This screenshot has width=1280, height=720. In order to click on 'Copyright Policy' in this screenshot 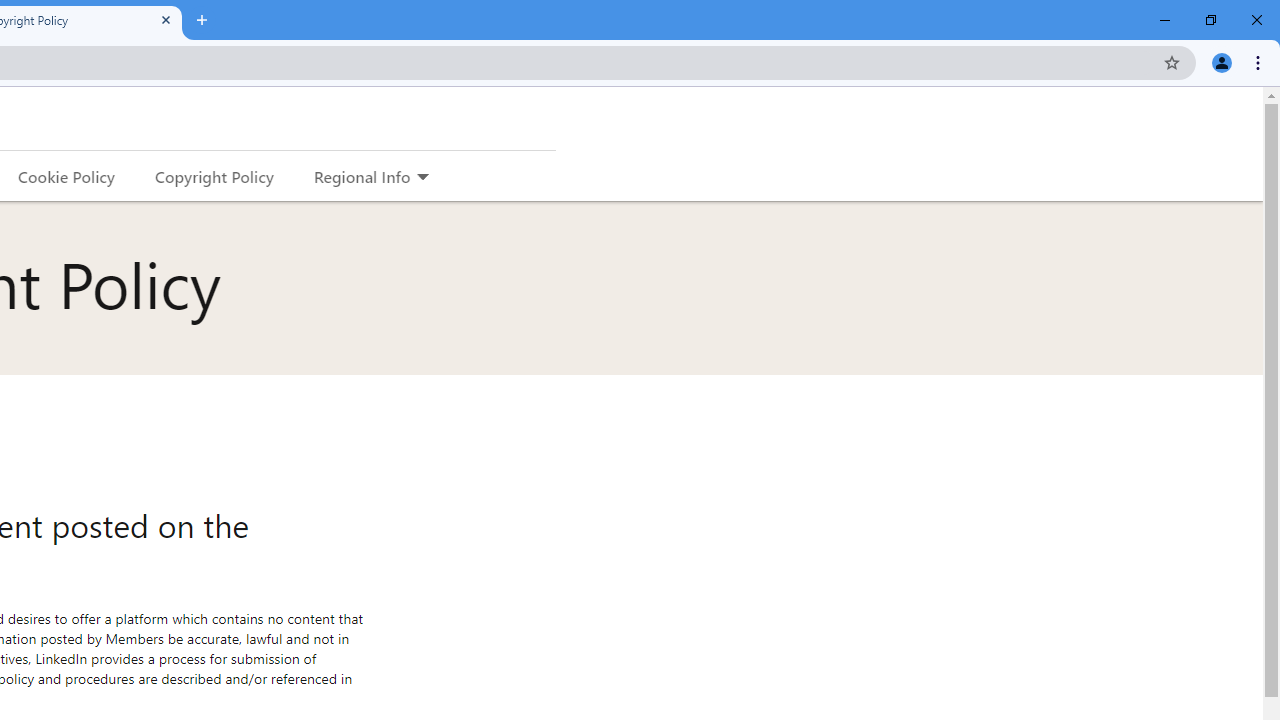, I will do `click(213, 175)`.